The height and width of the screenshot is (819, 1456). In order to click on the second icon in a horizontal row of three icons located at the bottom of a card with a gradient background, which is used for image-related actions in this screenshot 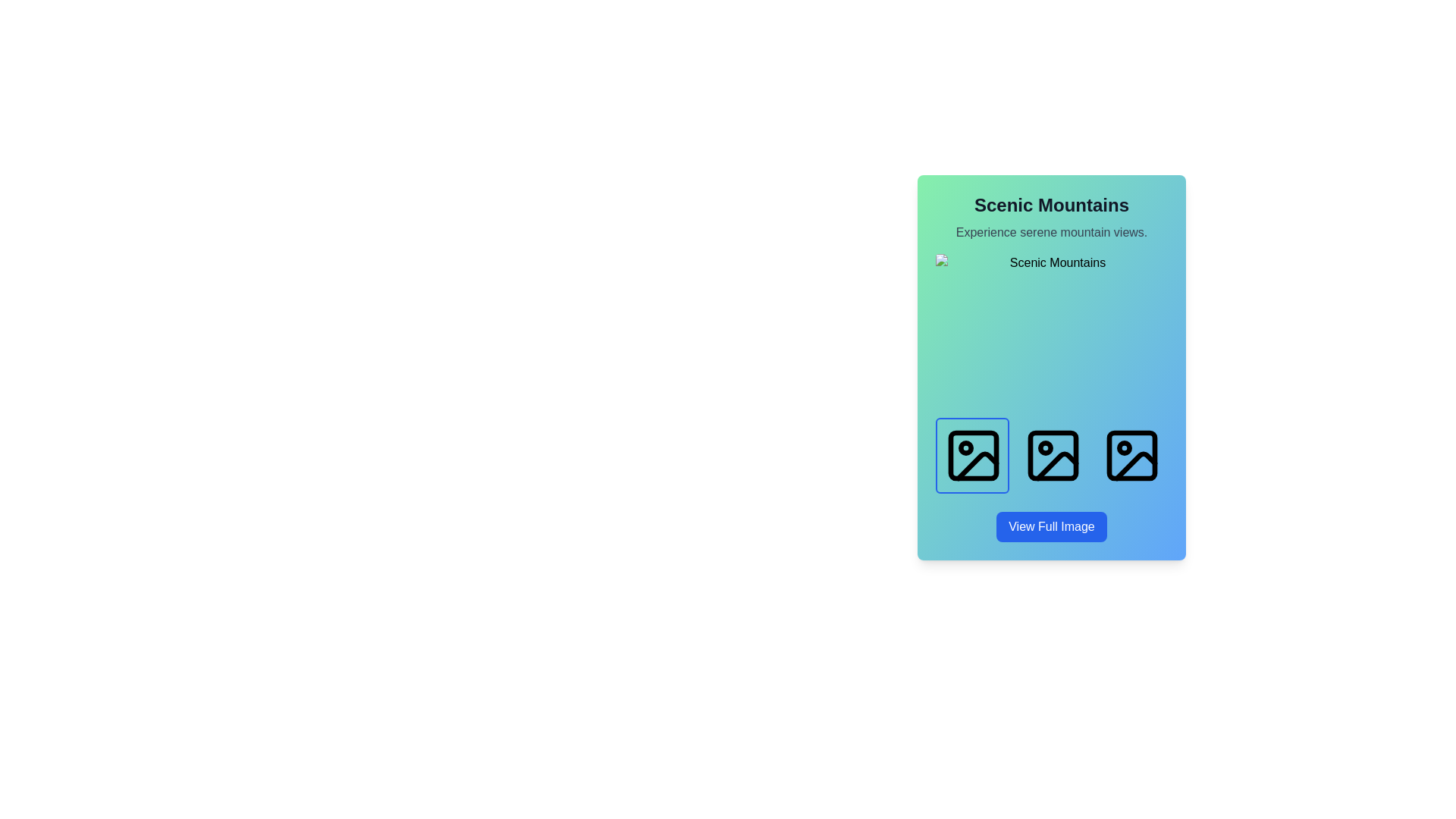, I will do `click(1052, 455)`.